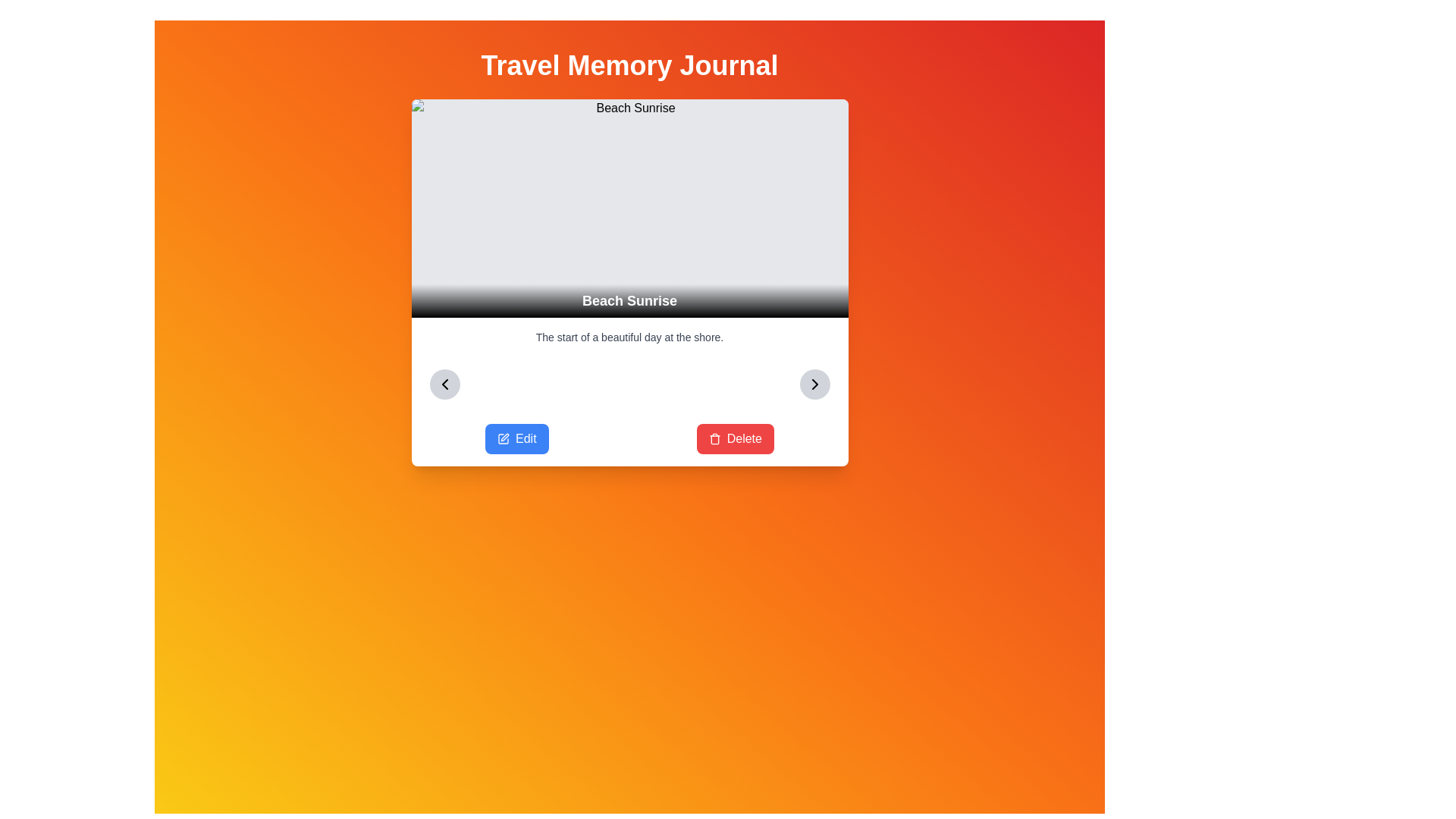 This screenshot has width=1456, height=819. Describe the element at coordinates (516, 438) in the screenshot. I see `the leftmost button under the content description area` at that location.